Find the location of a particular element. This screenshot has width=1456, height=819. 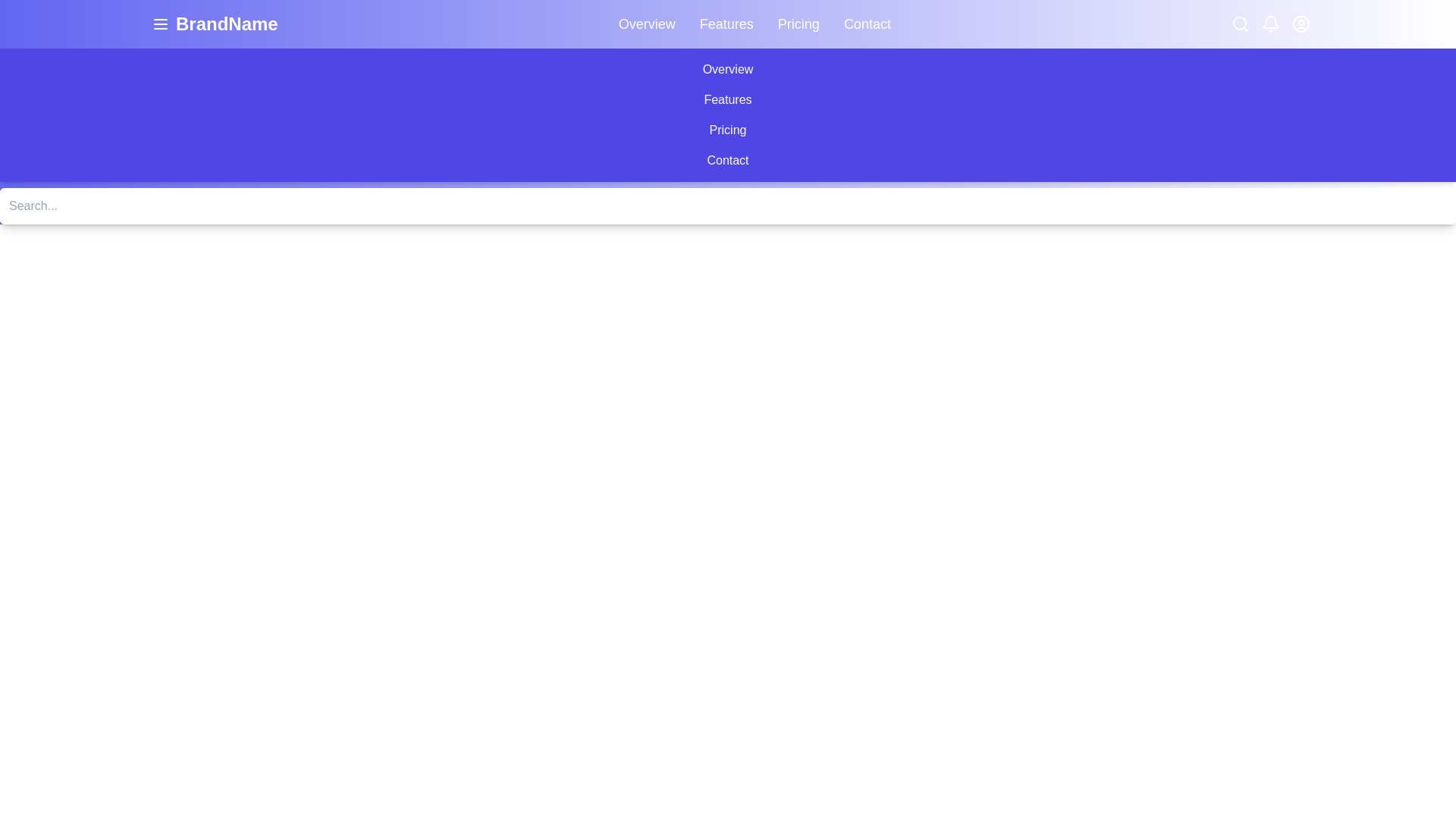

the 'Overview' button, which is the first button in a vertically stacked list of buttons with a purple background and white text is located at coordinates (728, 70).